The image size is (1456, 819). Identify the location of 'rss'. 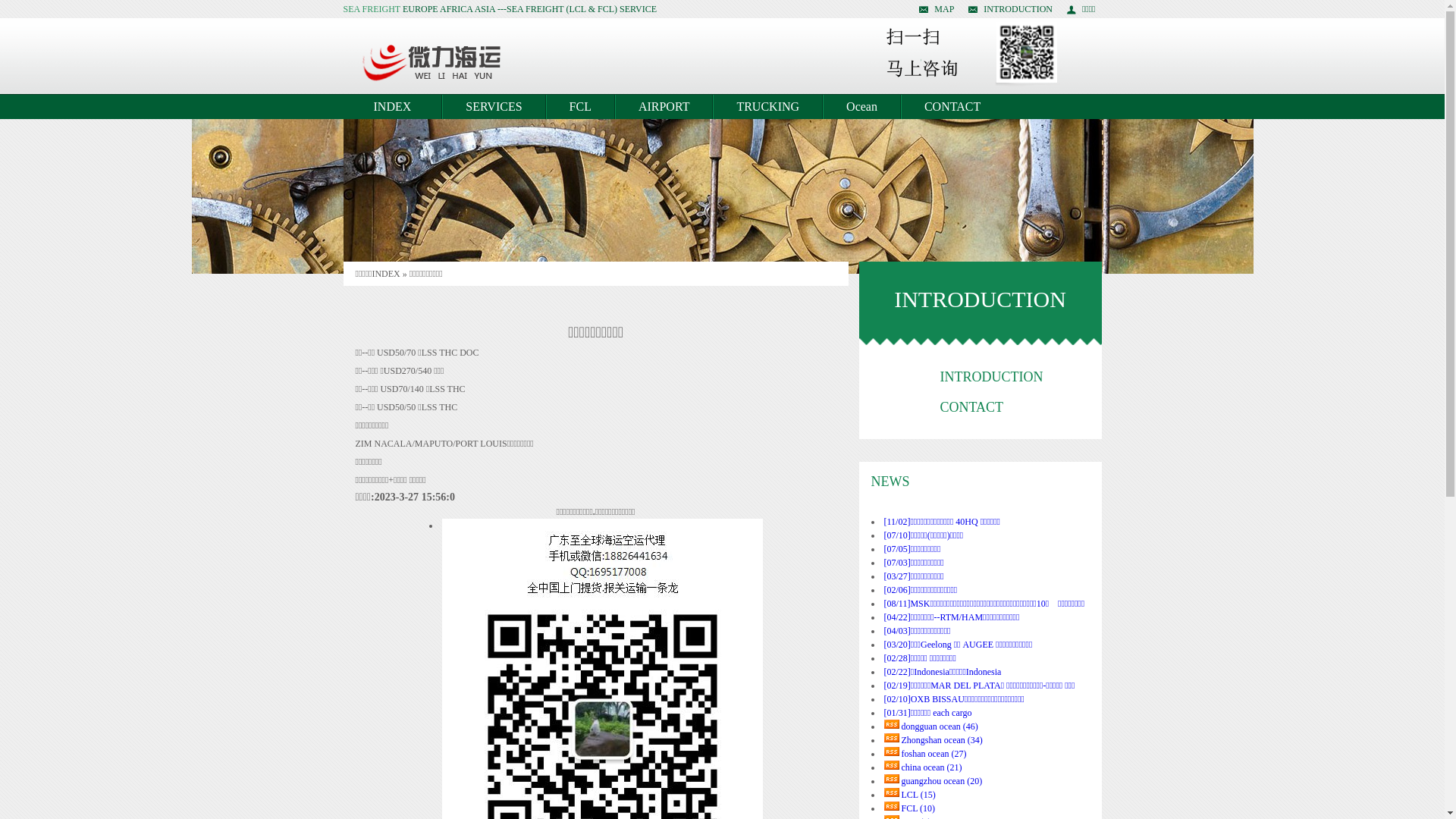
(892, 723).